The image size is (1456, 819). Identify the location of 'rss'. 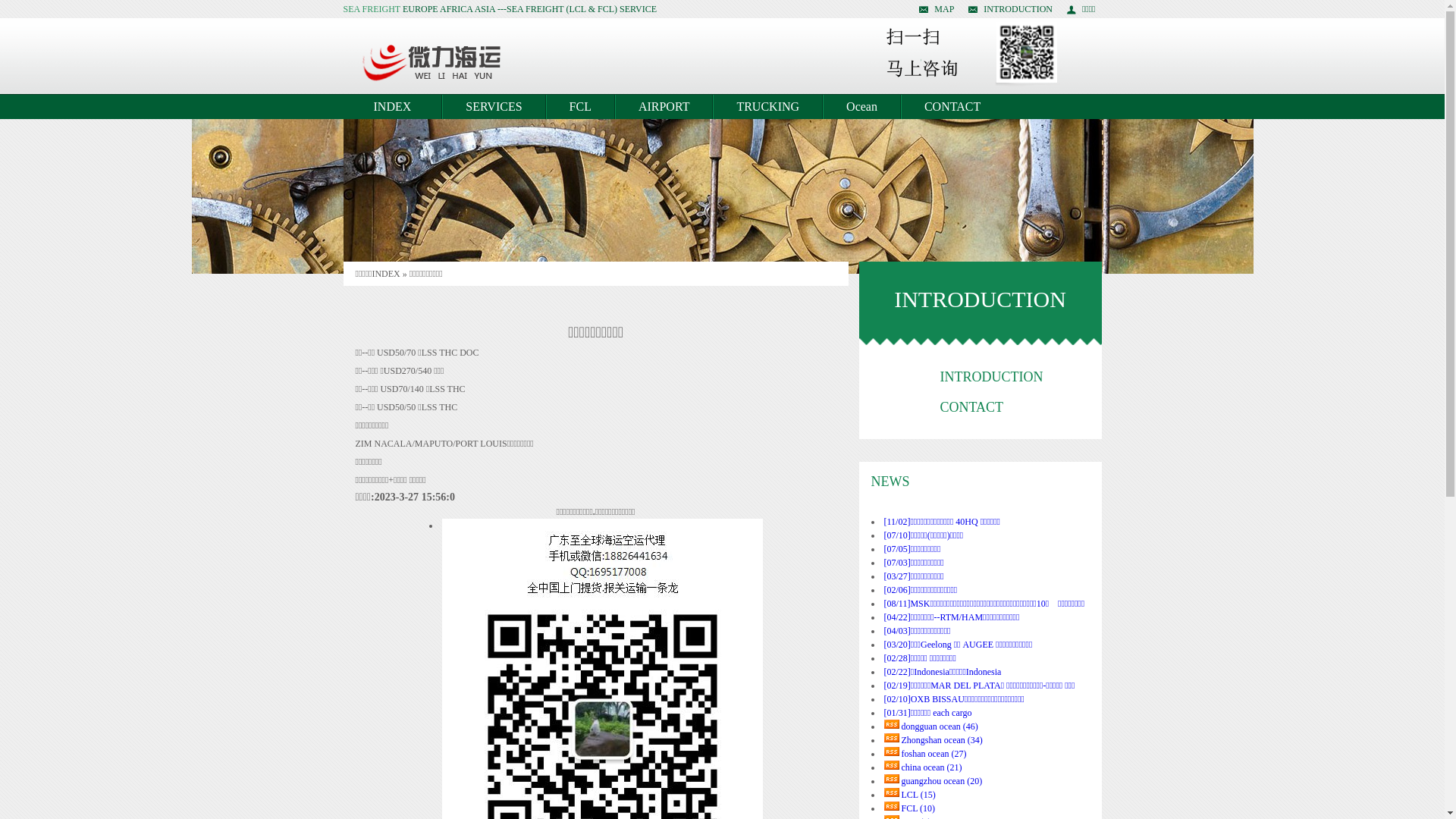
(892, 723).